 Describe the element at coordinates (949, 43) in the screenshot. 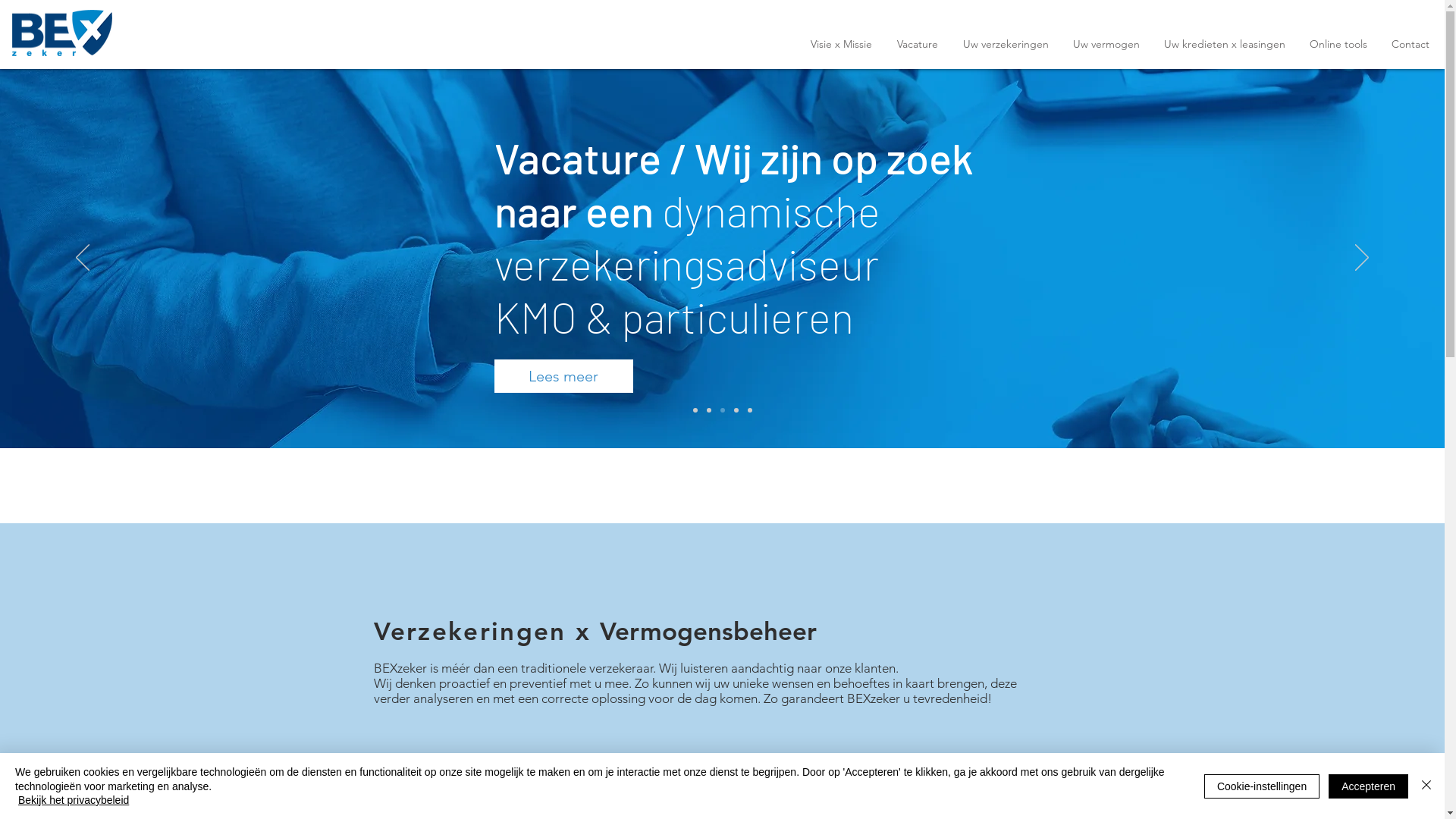

I see `'Uw verzekeringen'` at that location.